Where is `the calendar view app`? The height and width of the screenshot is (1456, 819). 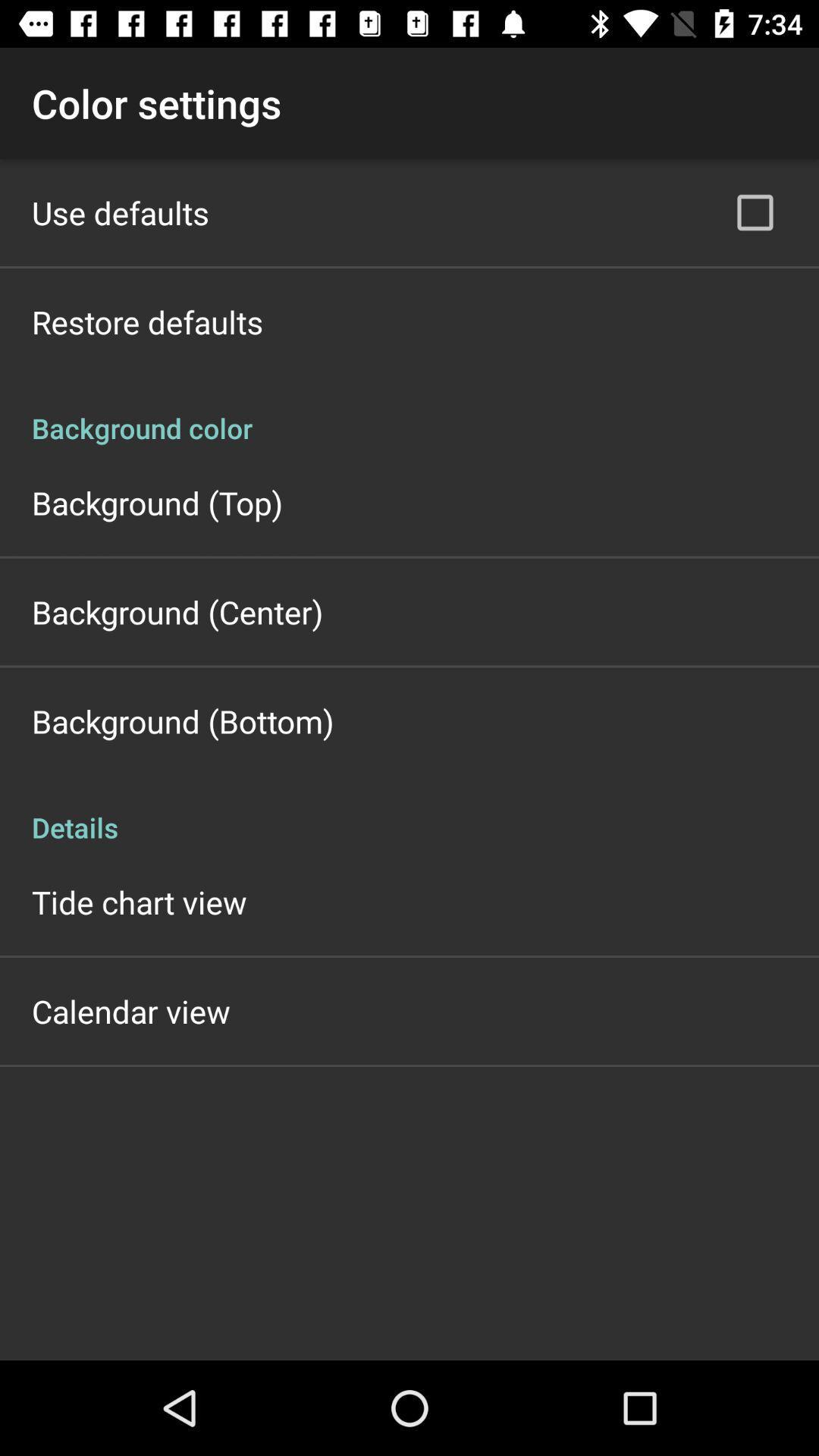 the calendar view app is located at coordinates (130, 1011).